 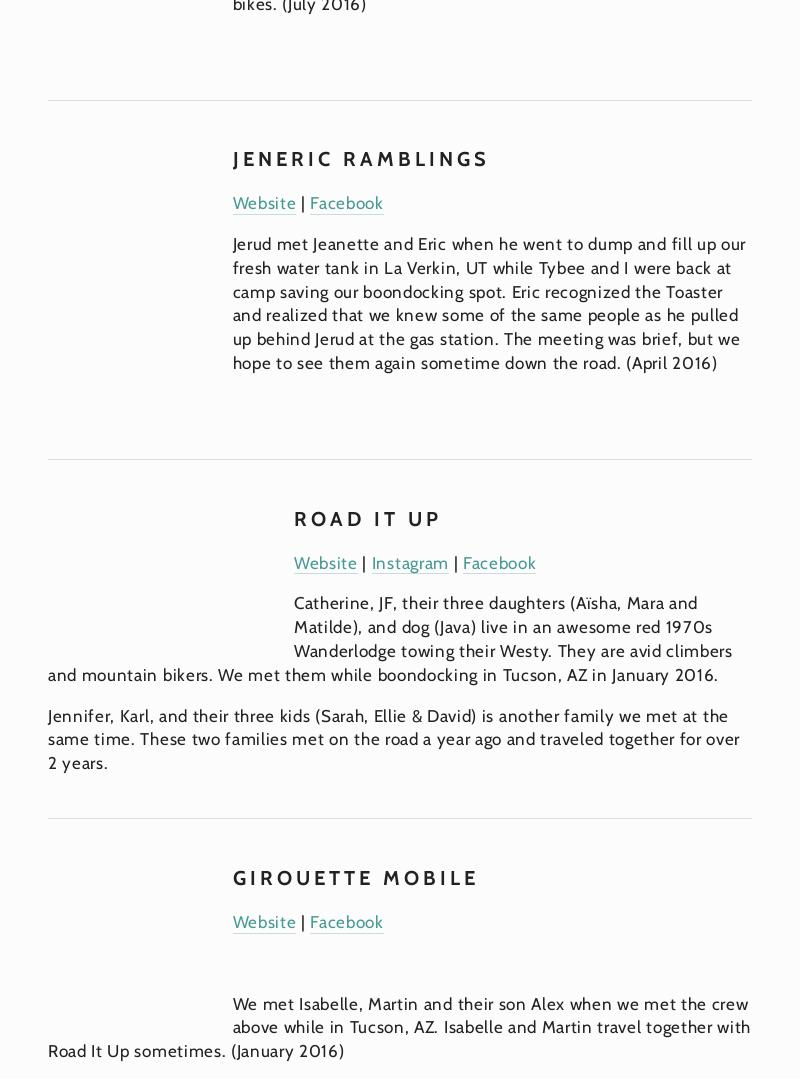 I want to click on 'Instagram', so click(x=409, y=561).